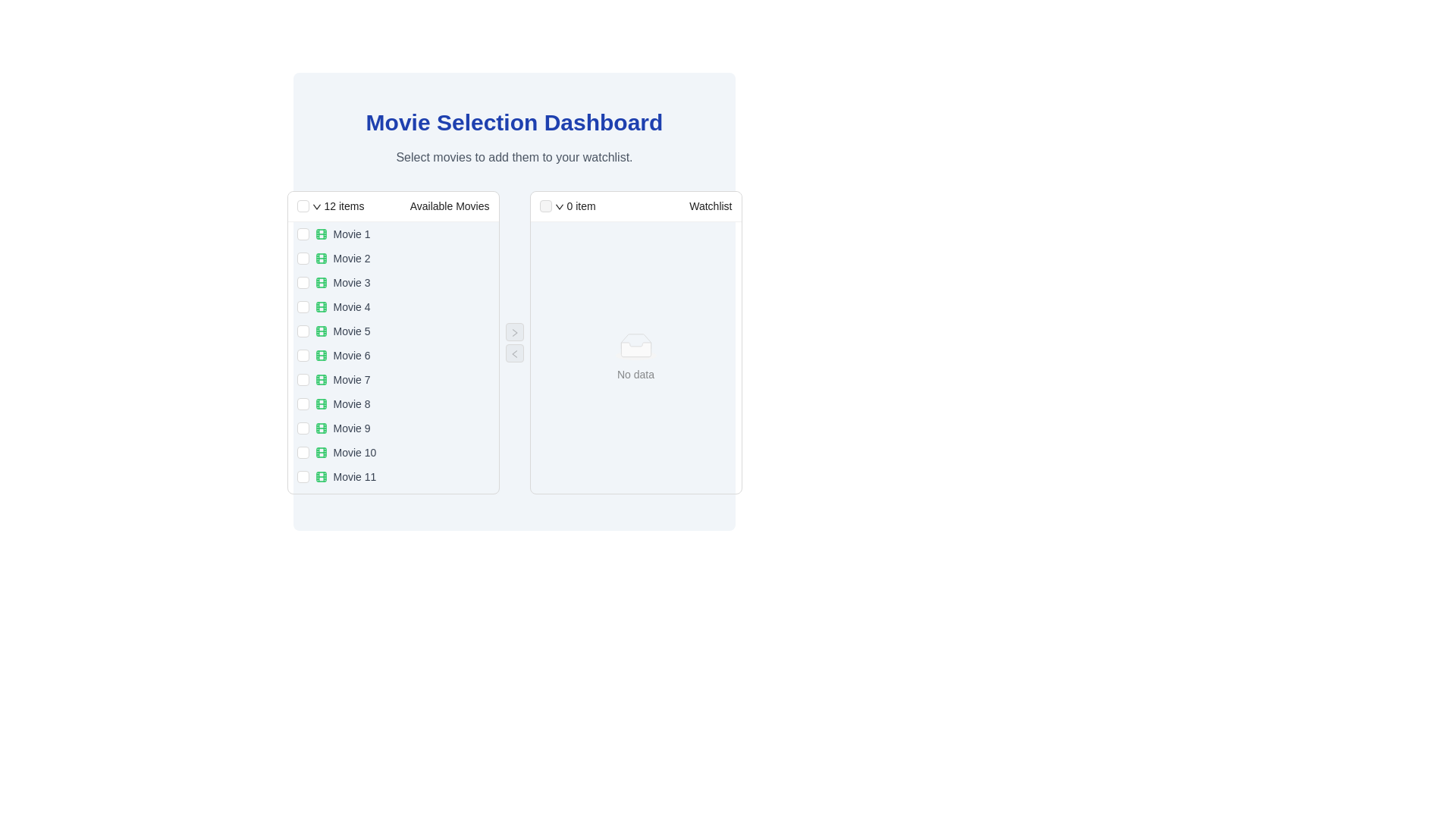 Image resolution: width=1456 pixels, height=819 pixels. Describe the element at coordinates (320, 307) in the screenshot. I see `the green filmstrip icon with a red circular area, which is part of the 'Movie 4' row in the 'Available Movies' list` at that location.